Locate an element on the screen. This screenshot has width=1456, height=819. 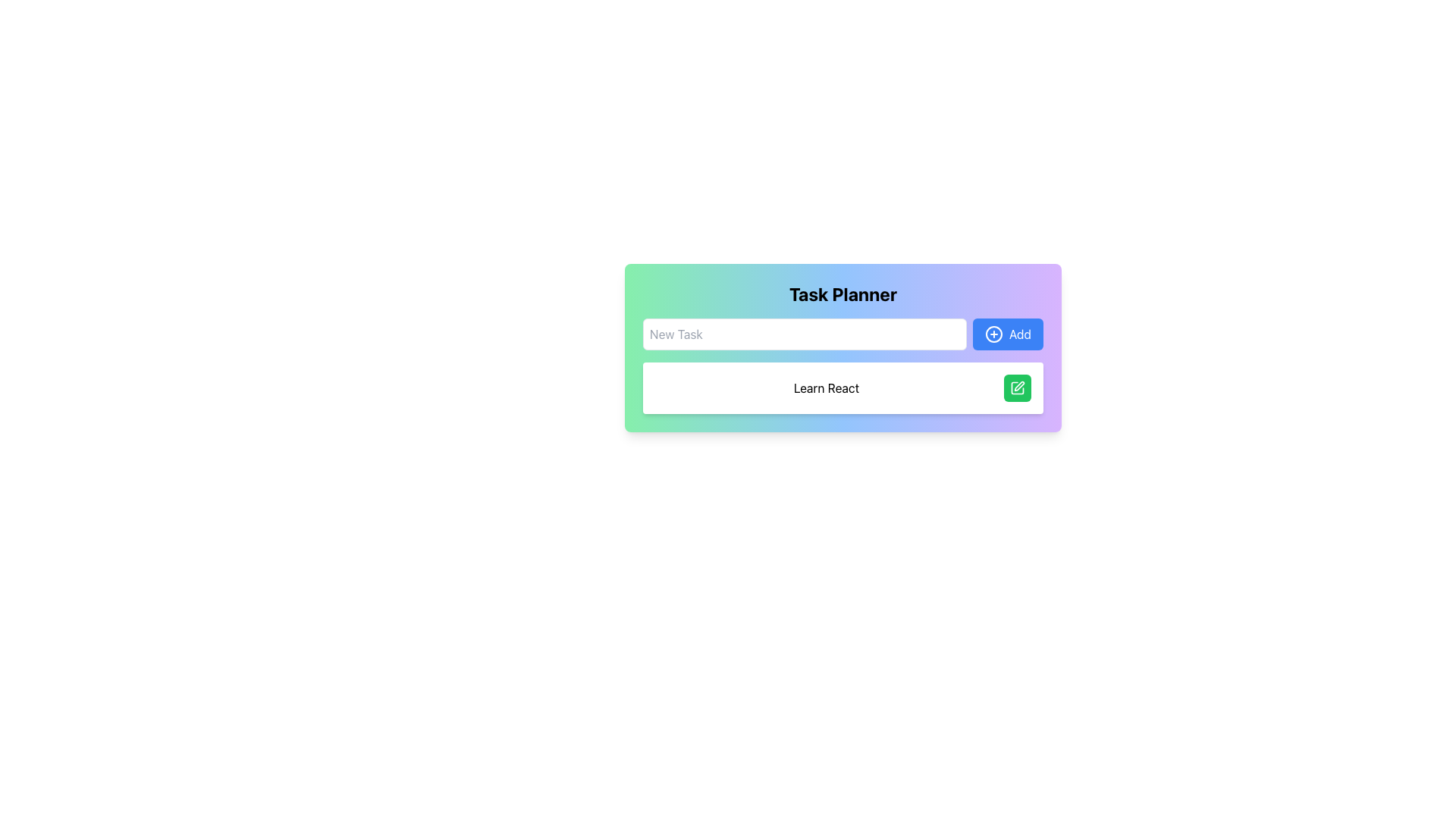
the small pen icon embedded within the colored button located to the far right of the task row in the application is located at coordinates (1019, 385).